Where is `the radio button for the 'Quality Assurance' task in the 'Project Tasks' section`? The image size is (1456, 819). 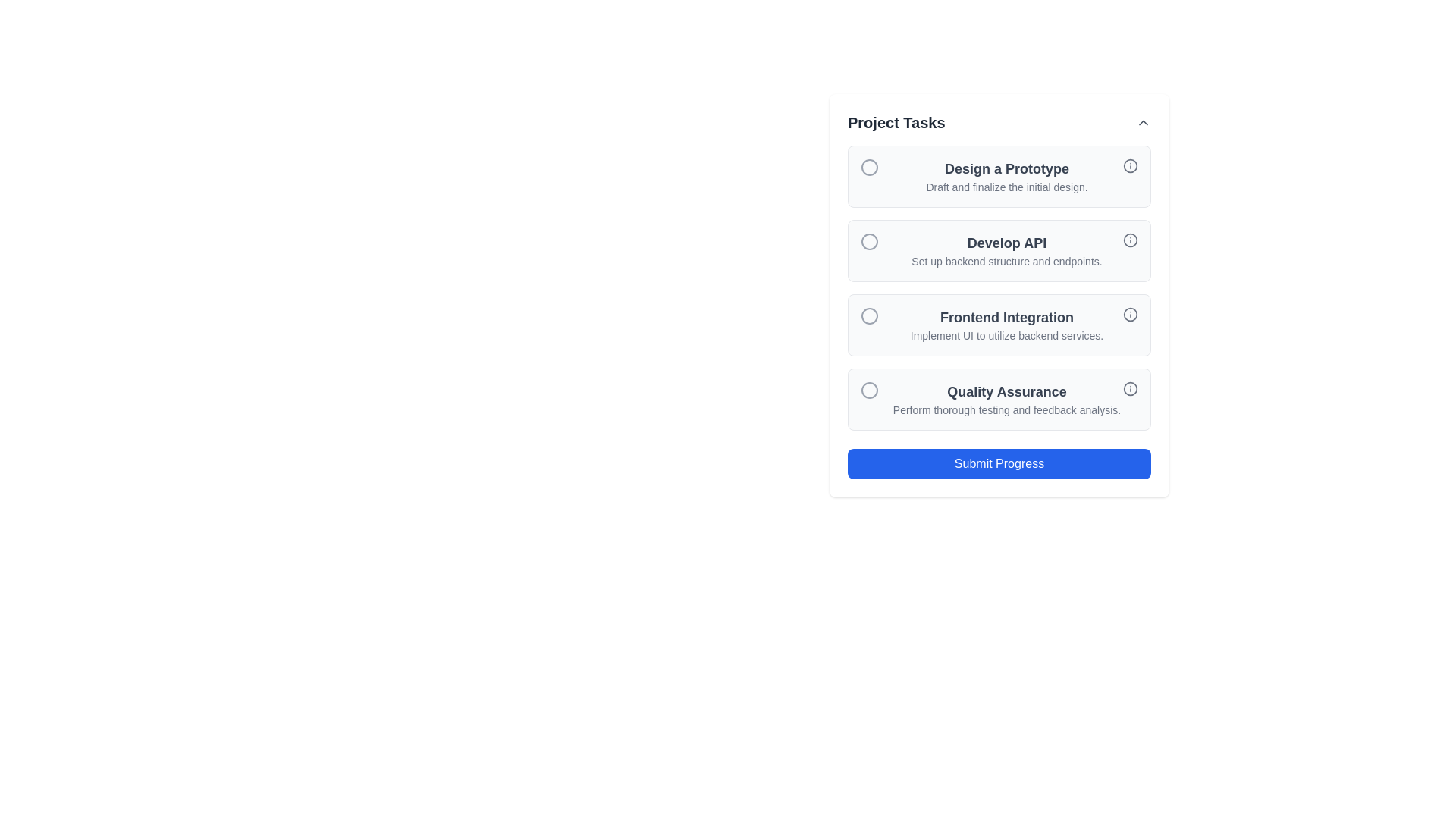 the radio button for the 'Quality Assurance' task in the 'Project Tasks' section is located at coordinates (870, 390).